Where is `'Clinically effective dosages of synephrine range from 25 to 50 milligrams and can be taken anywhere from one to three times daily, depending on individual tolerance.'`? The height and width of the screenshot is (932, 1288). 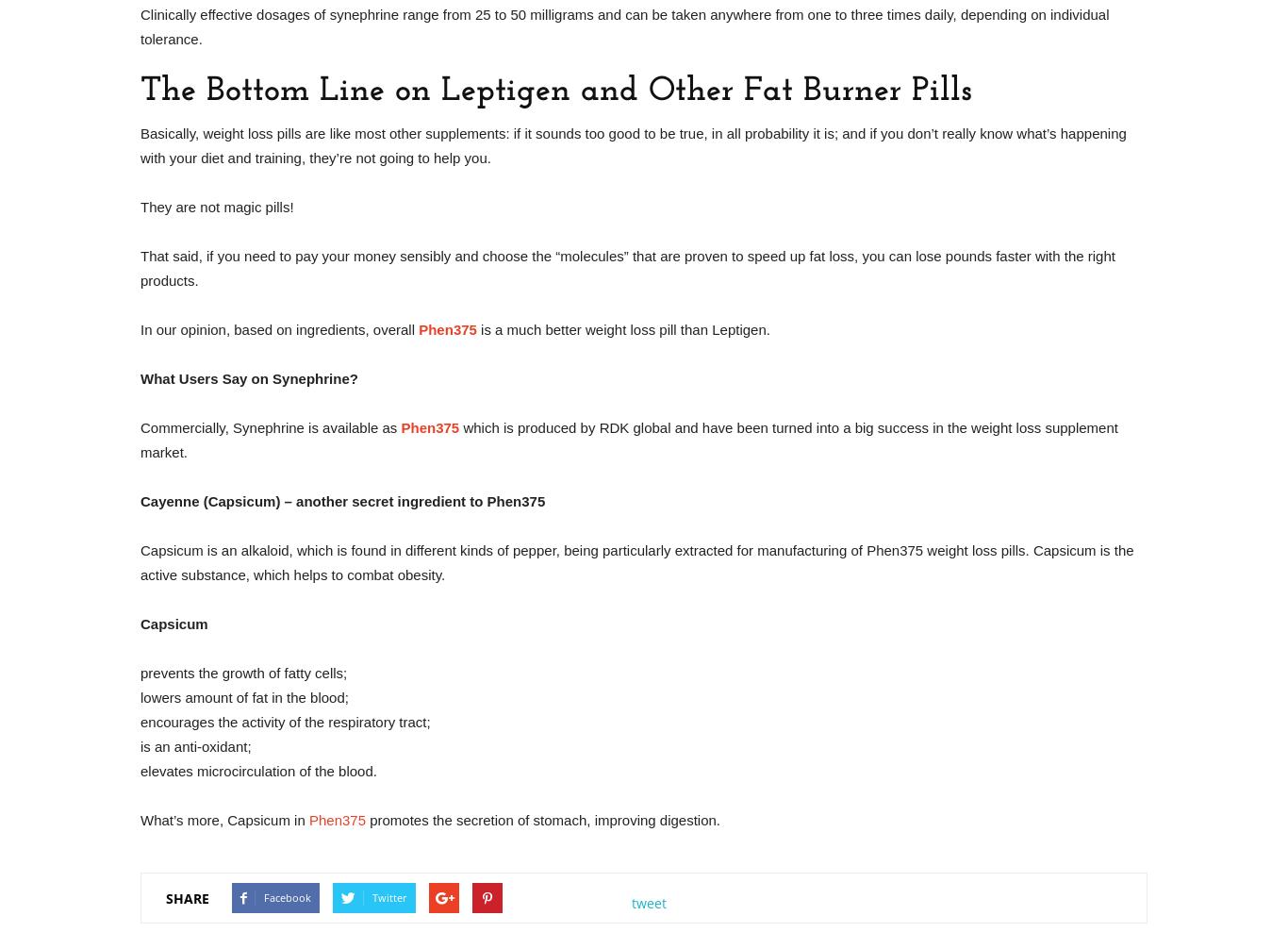 'Clinically effective dosages of synephrine range from 25 to 50 milligrams and can be taken anywhere from one to three times daily, depending on individual tolerance.' is located at coordinates (623, 25).